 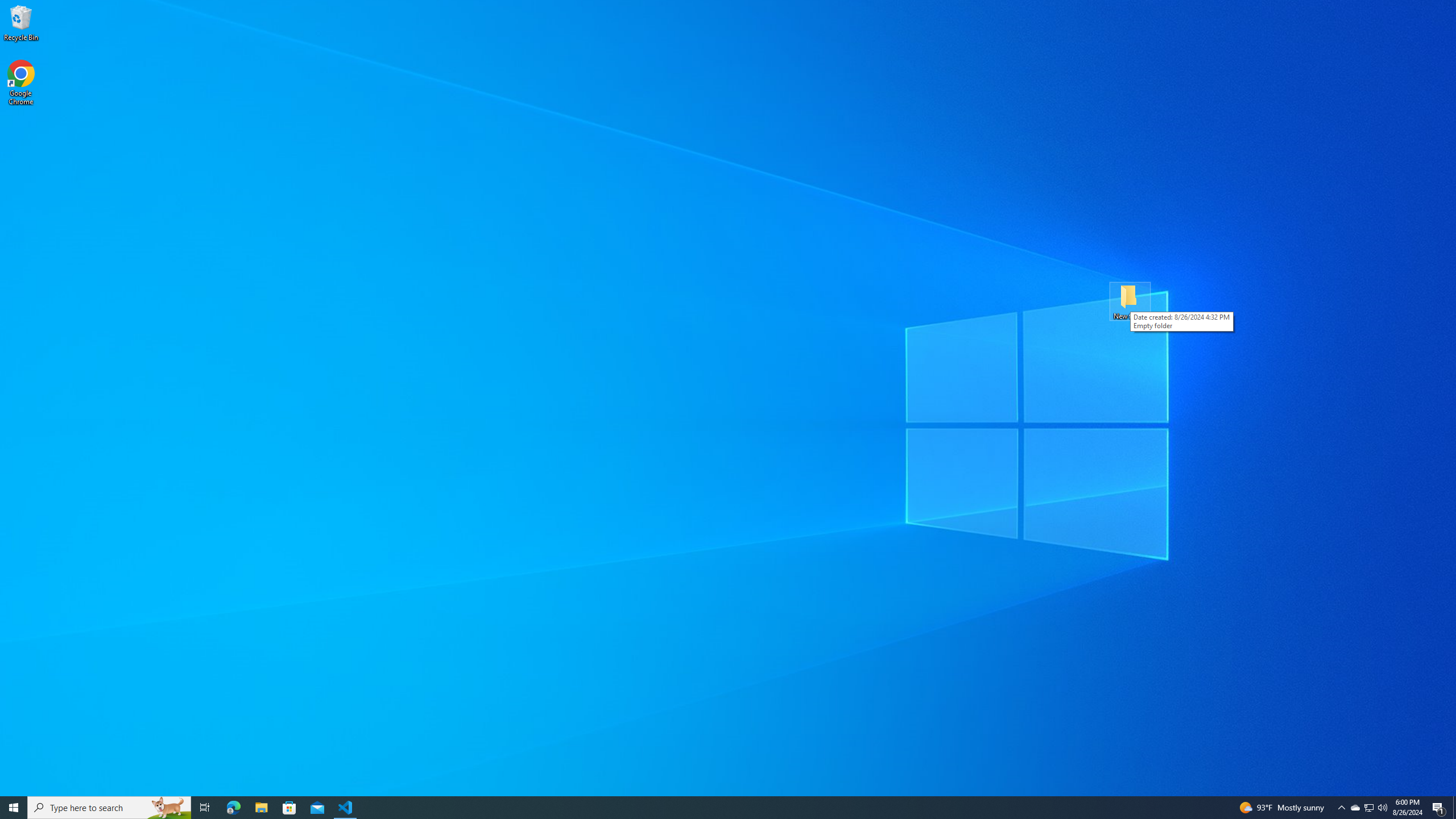 I want to click on 'Recycle Bin', so click(x=20, y=22).